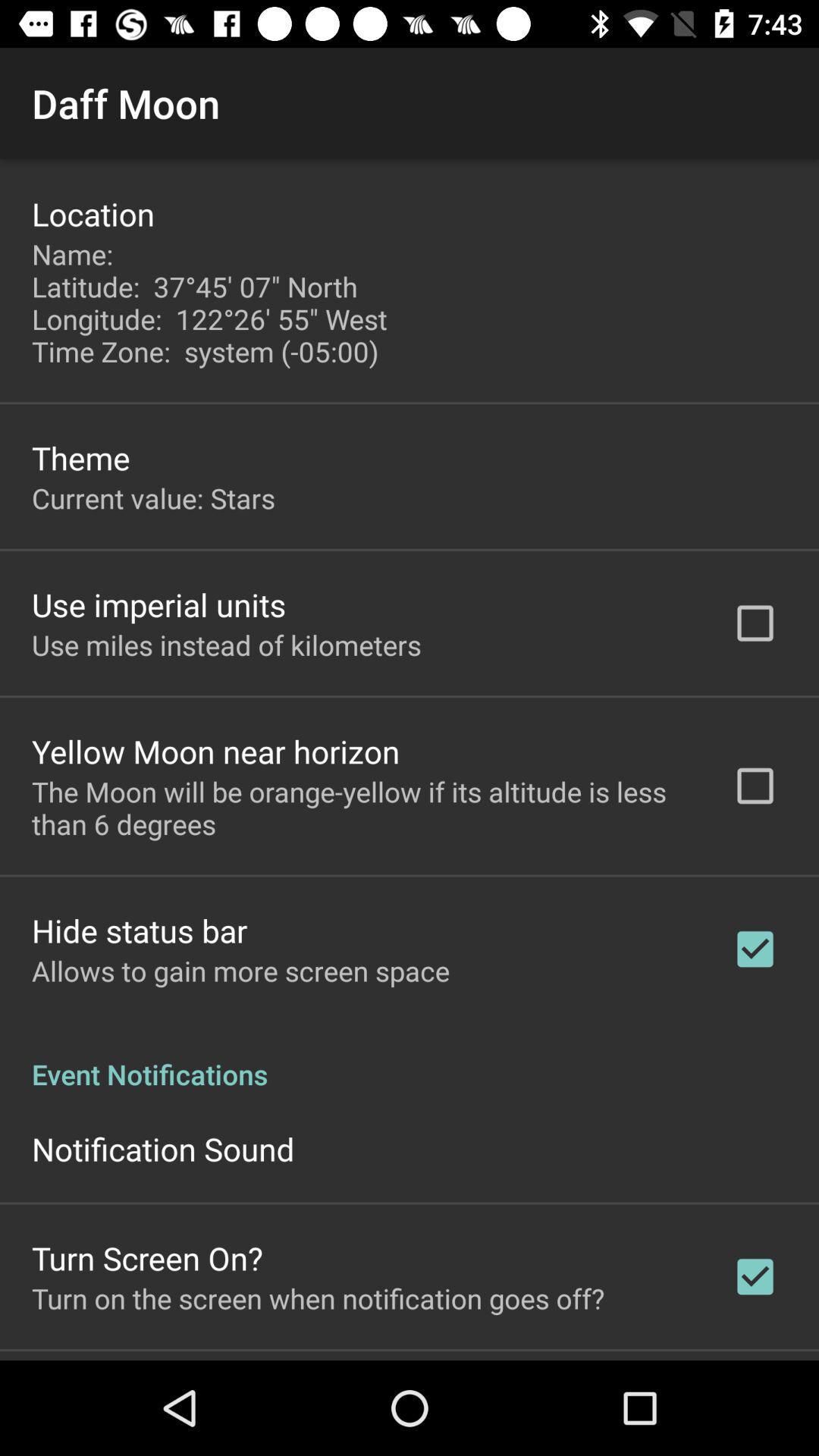 The width and height of the screenshot is (819, 1456). Describe the element at coordinates (409, 1057) in the screenshot. I see `icon below allows to gain` at that location.